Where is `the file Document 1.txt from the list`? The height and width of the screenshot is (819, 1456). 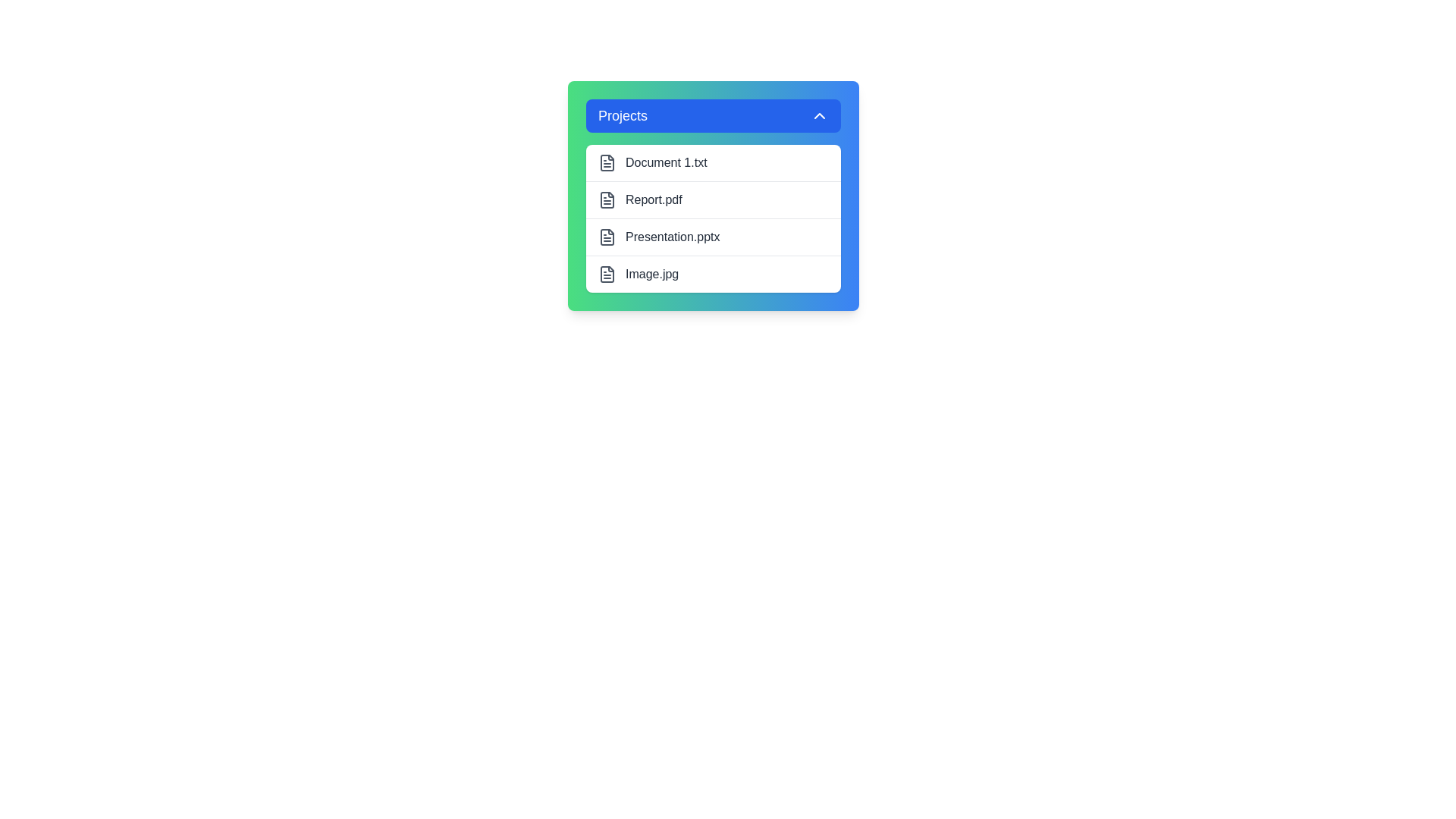
the file Document 1.txt from the list is located at coordinates (712, 163).